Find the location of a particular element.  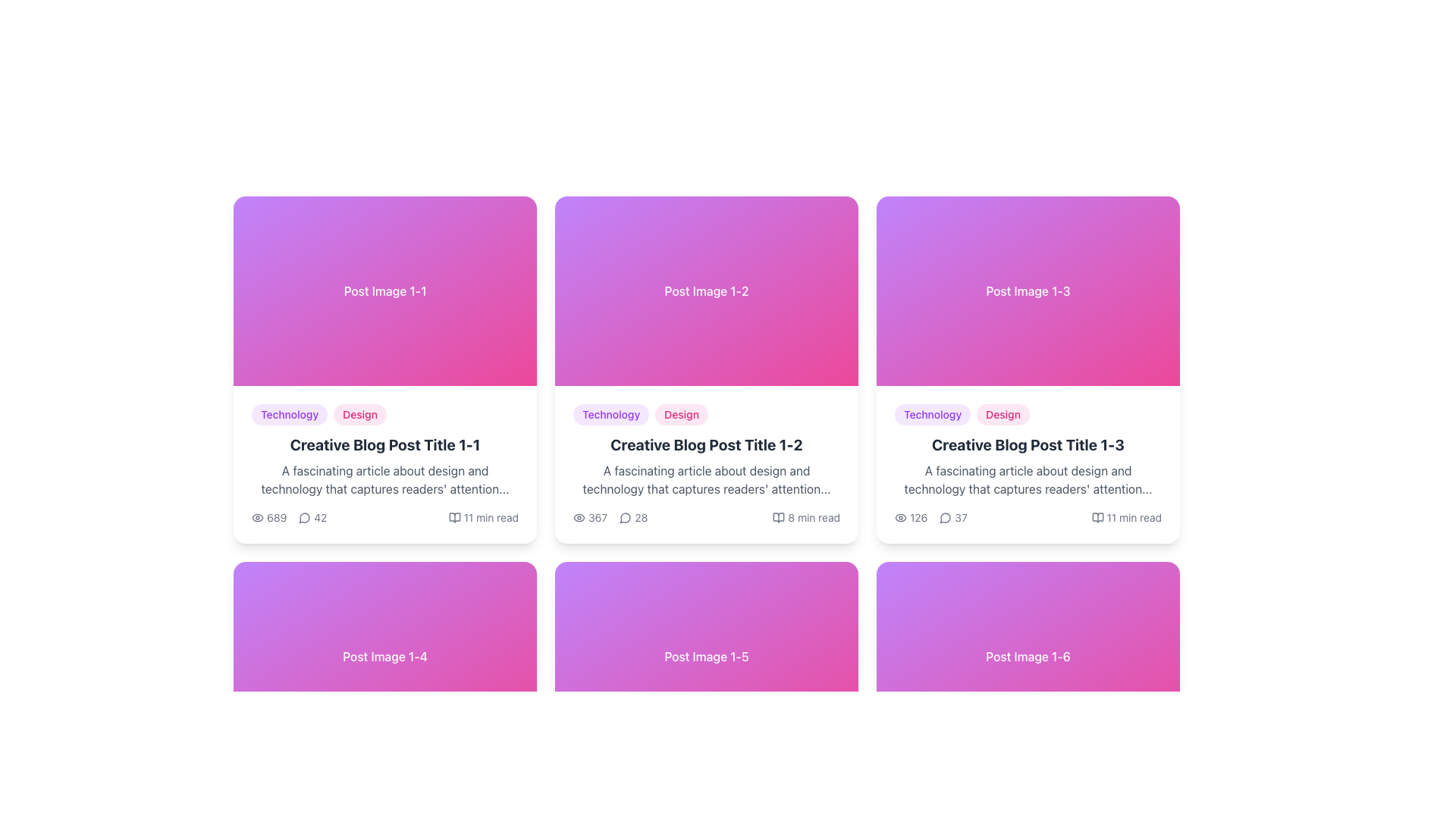

the title of the informational card located in the central column of the second row is located at coordinates (705, 464).